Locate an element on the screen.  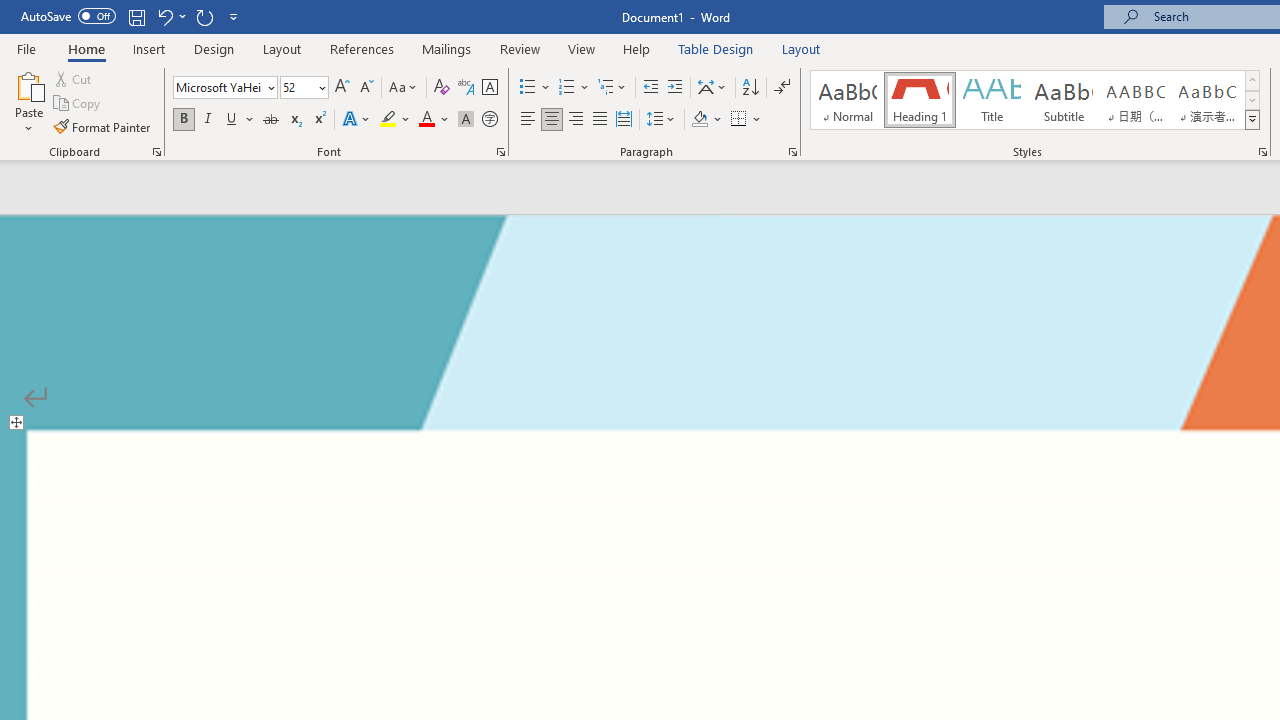
'Show/Hide Editing Marks' is located at coordinates (781, 86).